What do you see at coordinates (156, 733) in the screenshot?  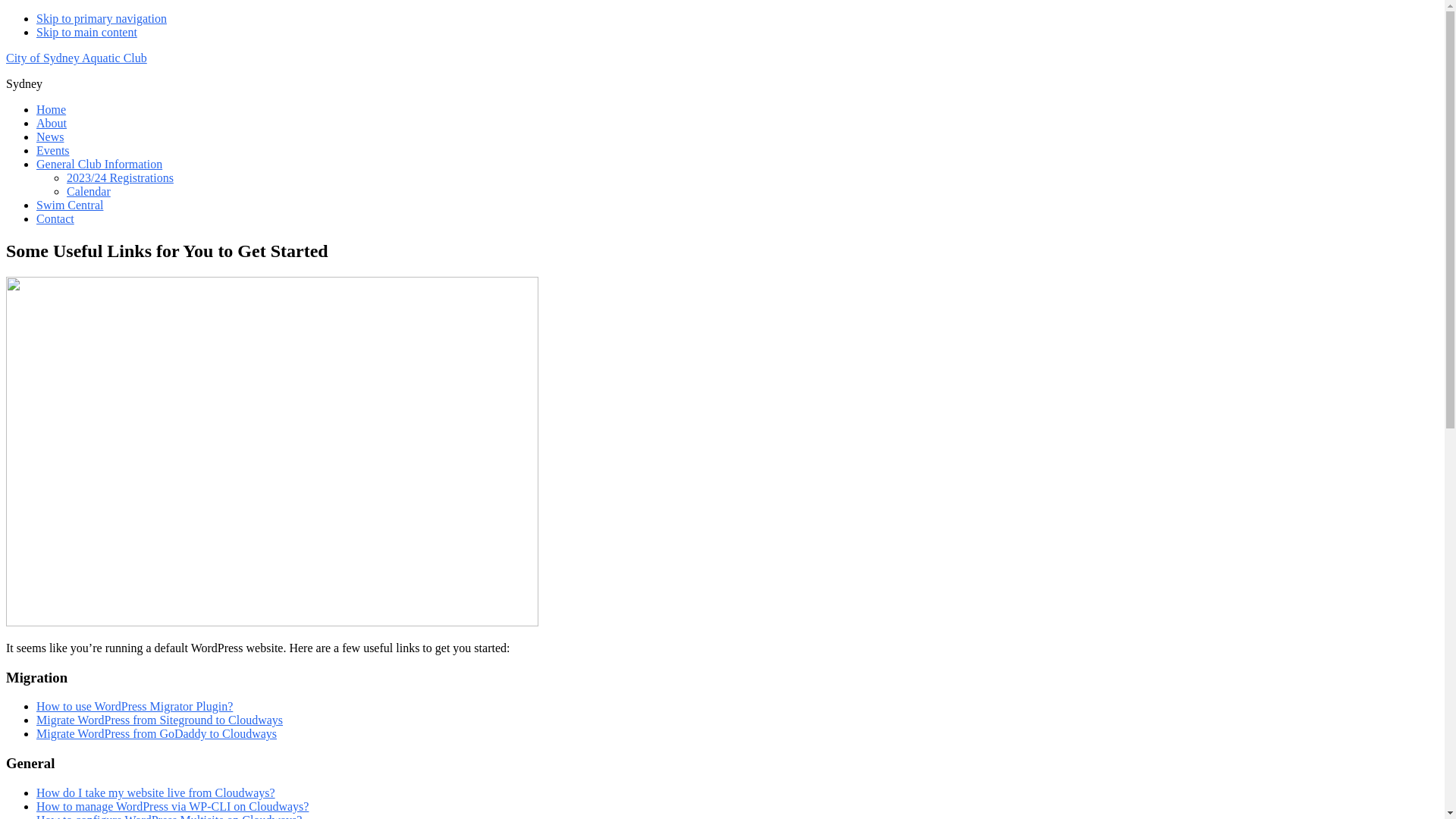 I see `'Migrate WordPress from GoDaddy to Cloudways'` at bounding box center [156, 733].